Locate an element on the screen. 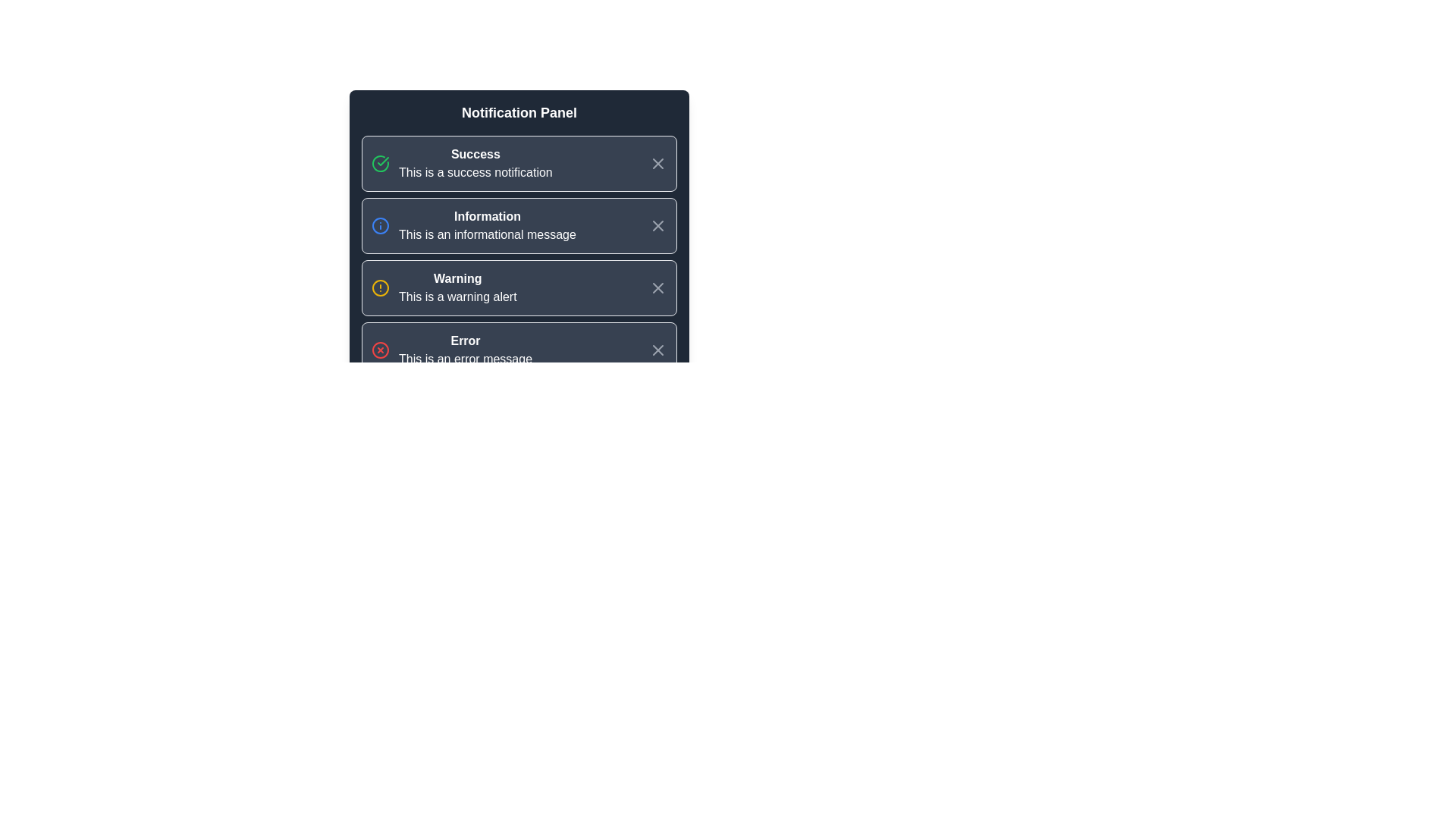  text content of the notification label displaying 'This is a success notification.' located in the Notification Panel, directly below the 'Success' header is located at coordinates (475, 171).